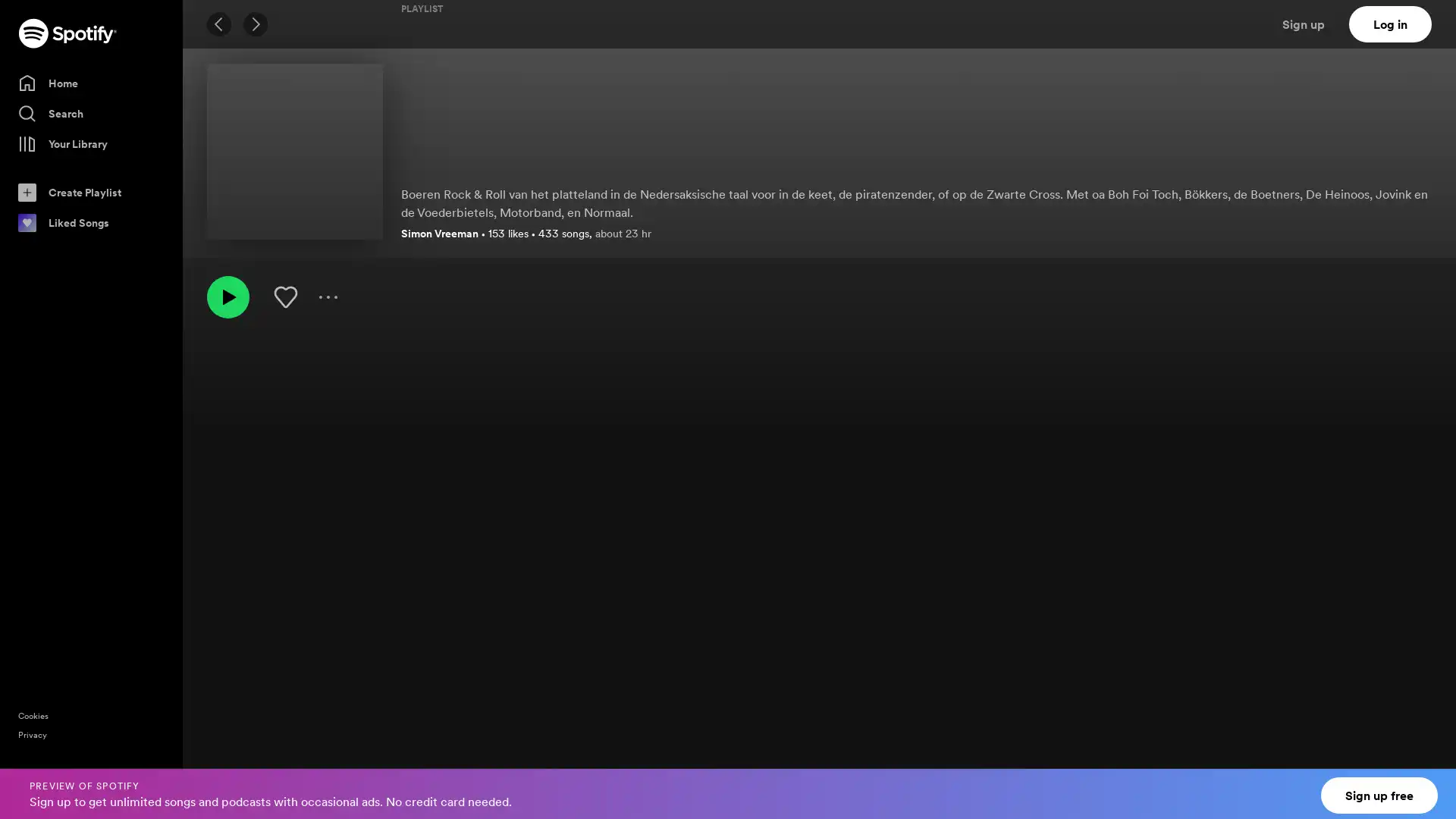 The width and height of the screenshot is (1456, 819). Describe the element at coordinates (227, 297) in the screenshot. I see `Play  Olderwets hken, brekken en angoan |  platte.land` at that location.